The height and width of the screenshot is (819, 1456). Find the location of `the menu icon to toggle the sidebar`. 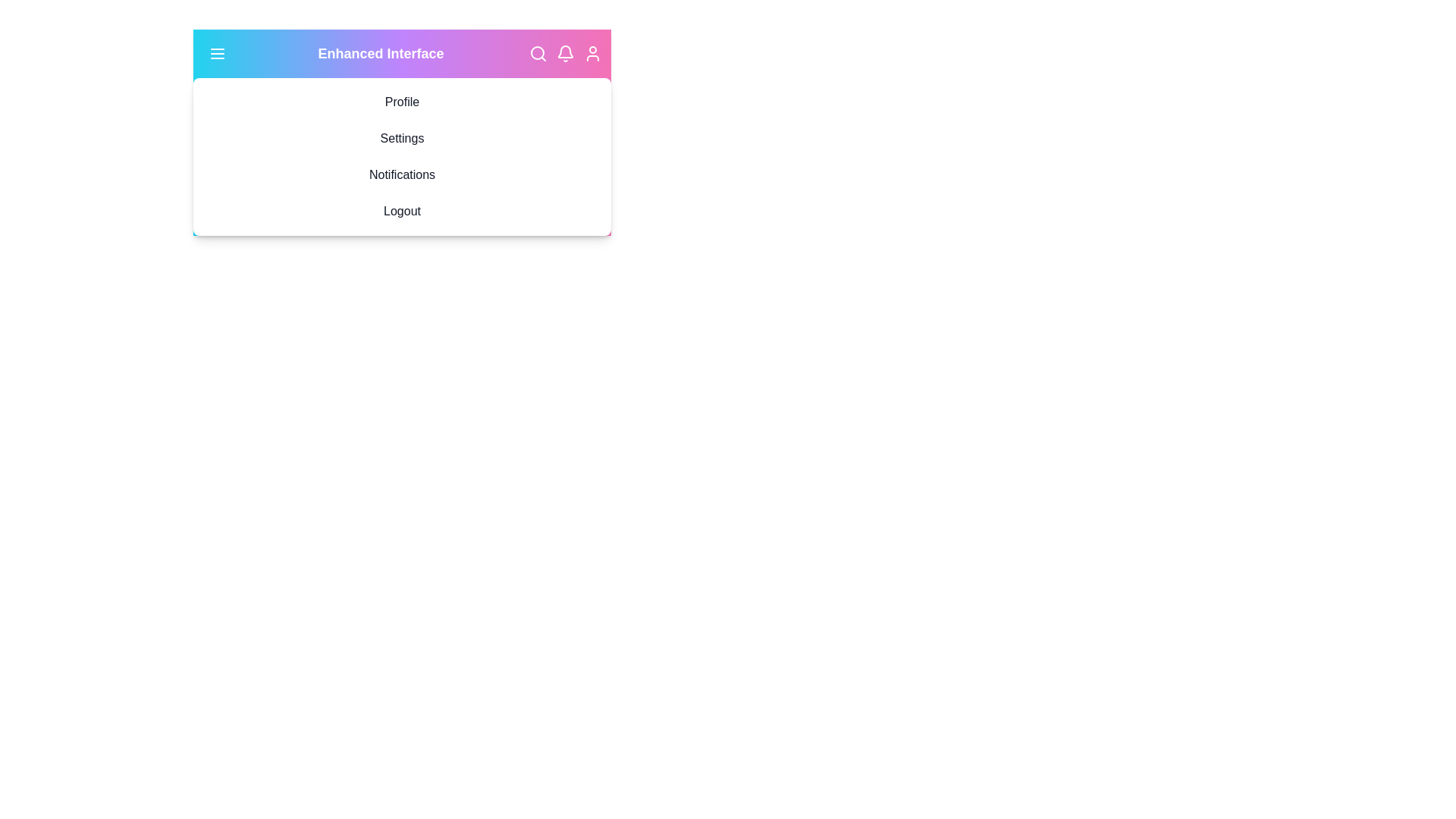

the menu icon to toggle the sidebar is located at coordinates (217, 52).